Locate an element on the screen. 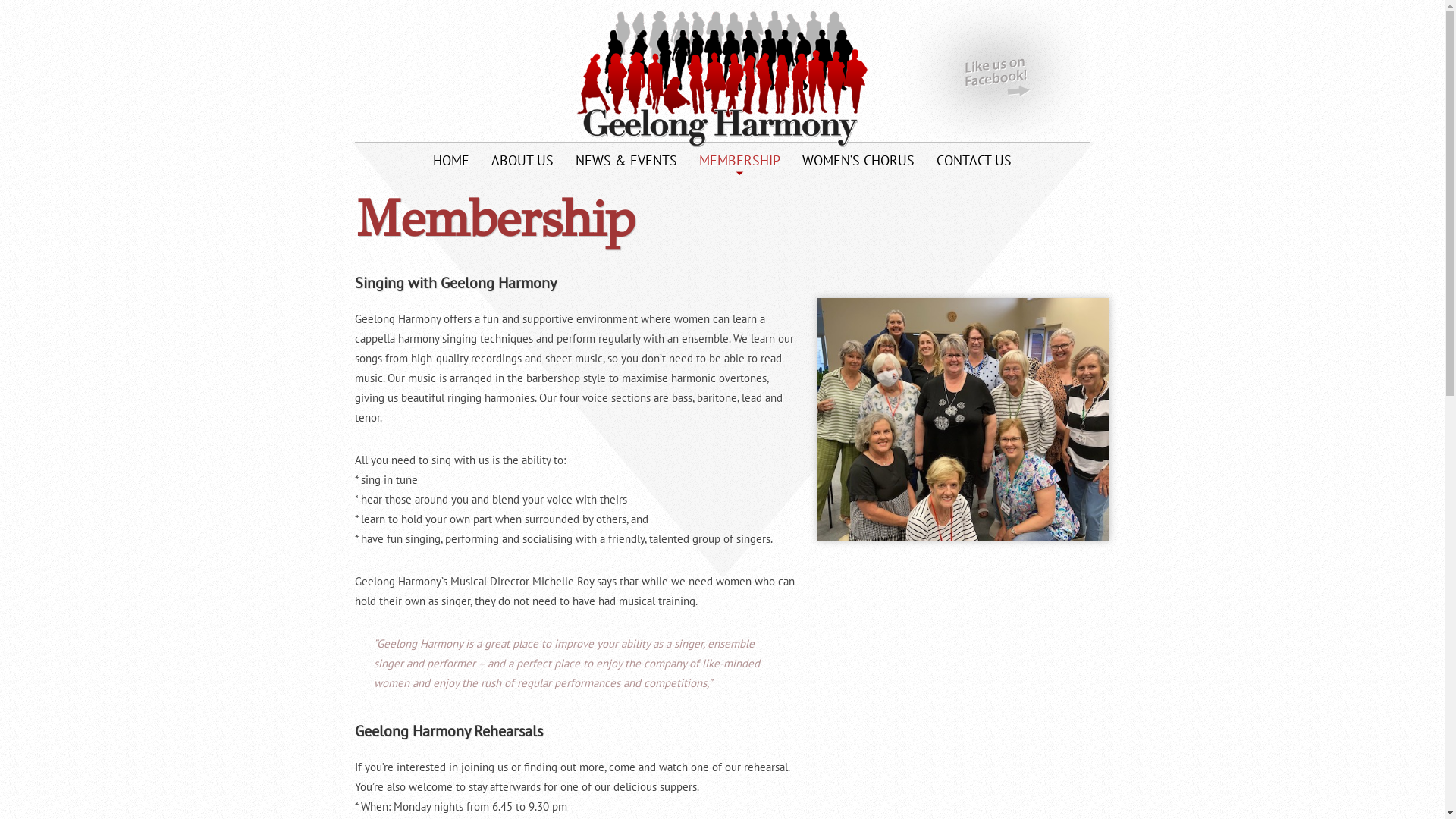  'HOME' is located at coordinates (450, 163).